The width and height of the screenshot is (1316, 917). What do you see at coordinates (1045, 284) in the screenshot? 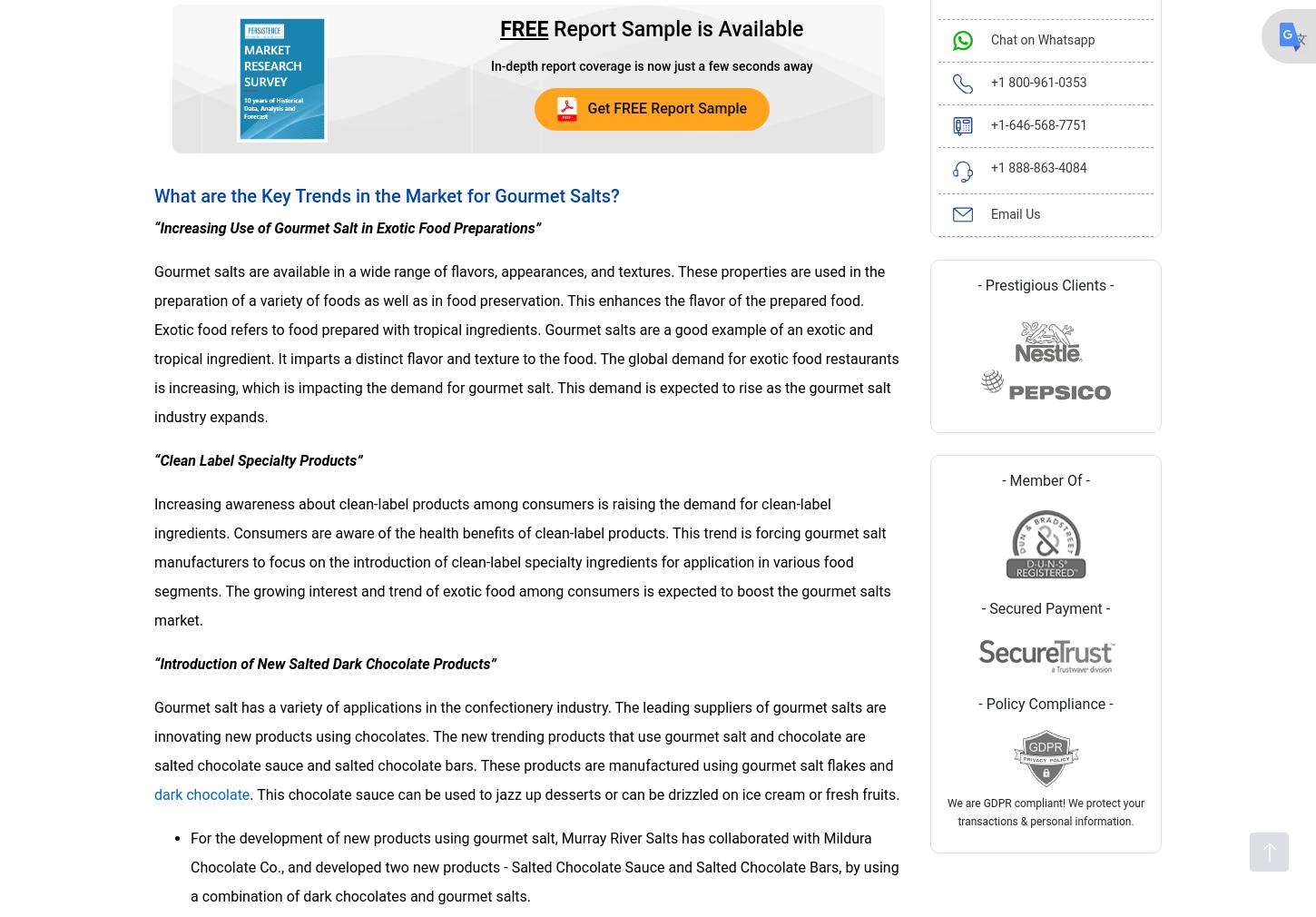
I see `'- Prestigious Clients -'` at bounding box center [1045, 284].